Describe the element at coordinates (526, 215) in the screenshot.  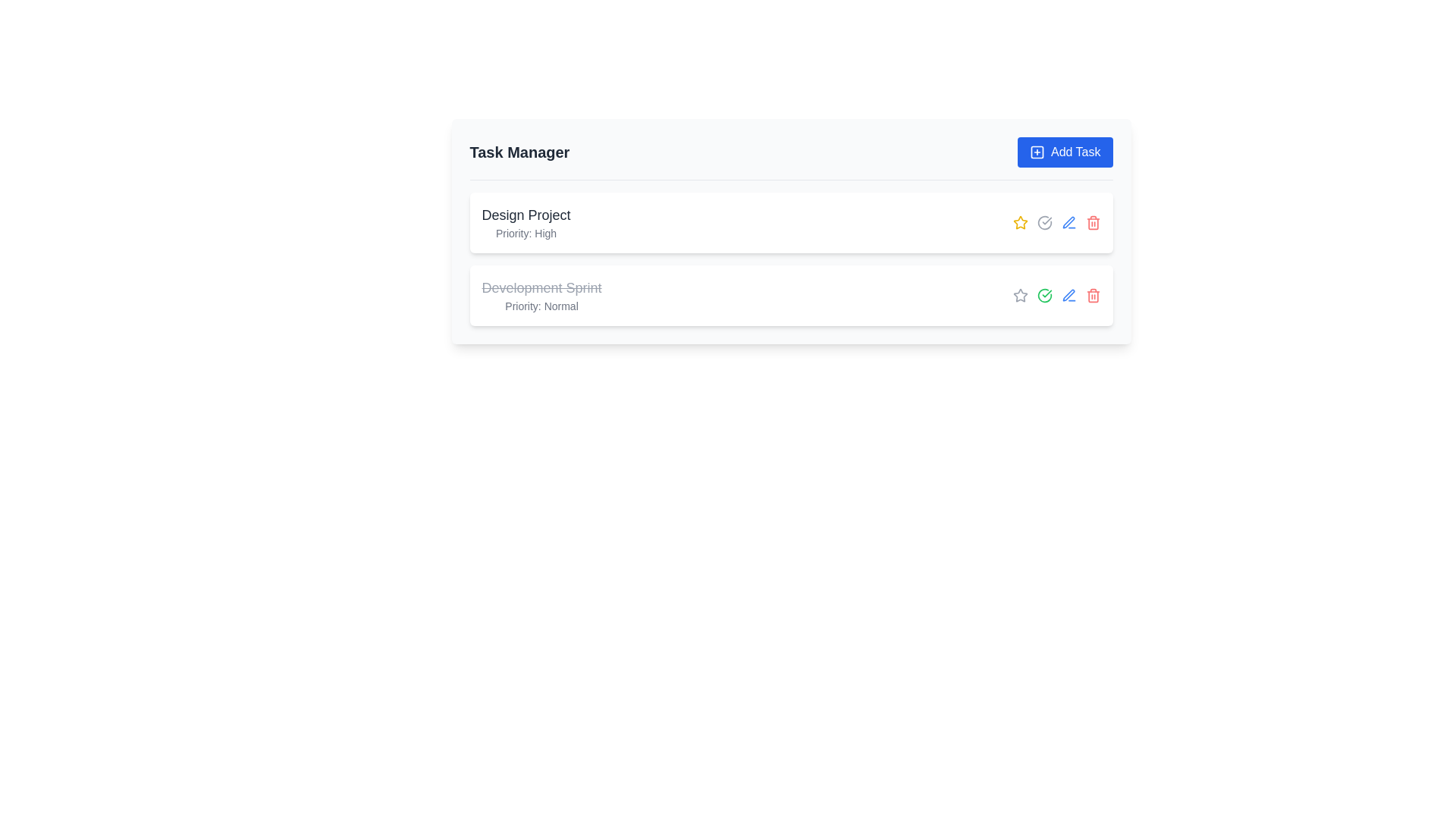
I see `the text element that says 'Design Project', which is styled with a larger font size and darker color, located at the top left of the main task list, above the 'Priority: High' text` at that location.